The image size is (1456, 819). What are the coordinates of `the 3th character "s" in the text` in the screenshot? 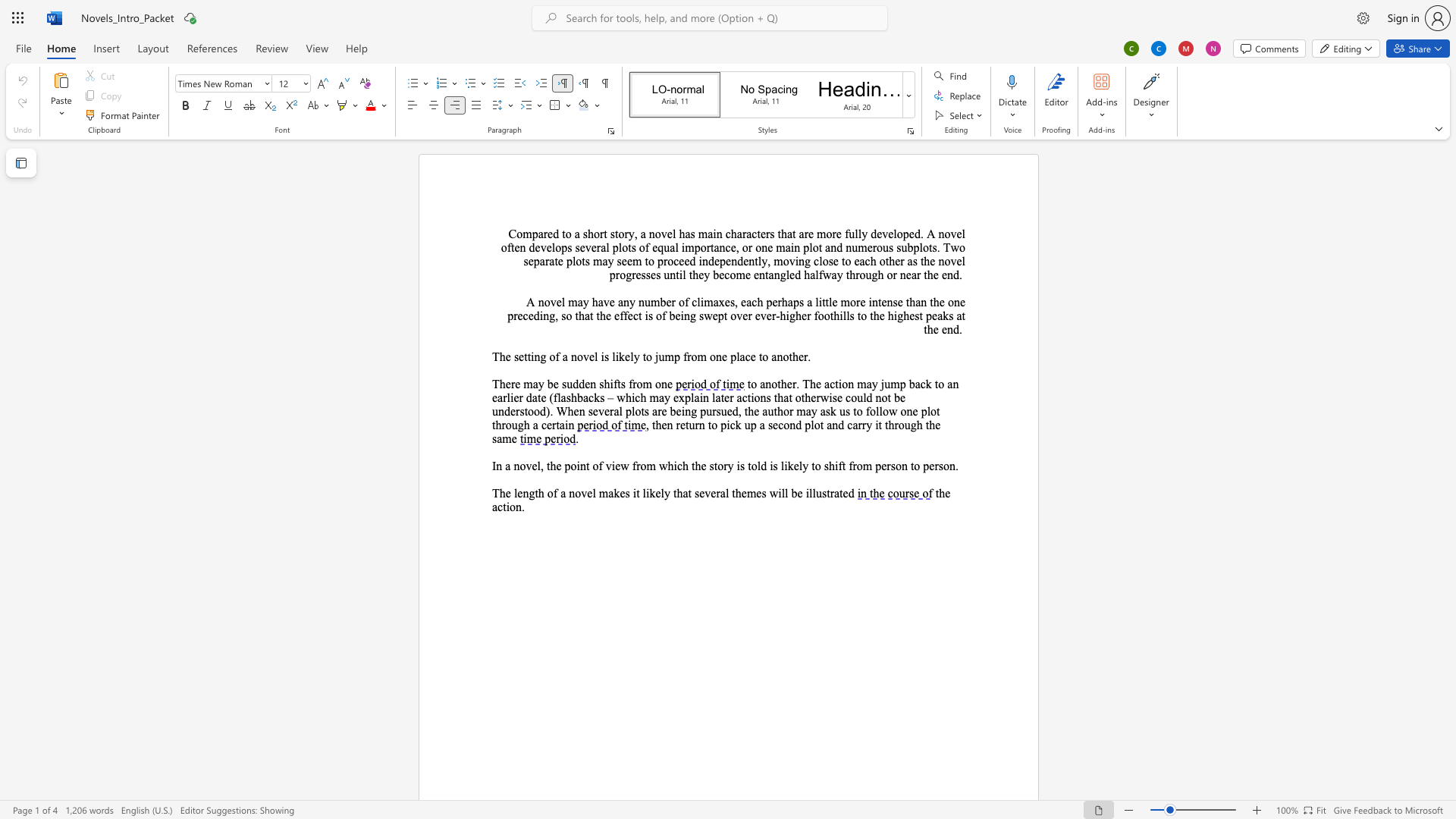 It's located at (526, 260).